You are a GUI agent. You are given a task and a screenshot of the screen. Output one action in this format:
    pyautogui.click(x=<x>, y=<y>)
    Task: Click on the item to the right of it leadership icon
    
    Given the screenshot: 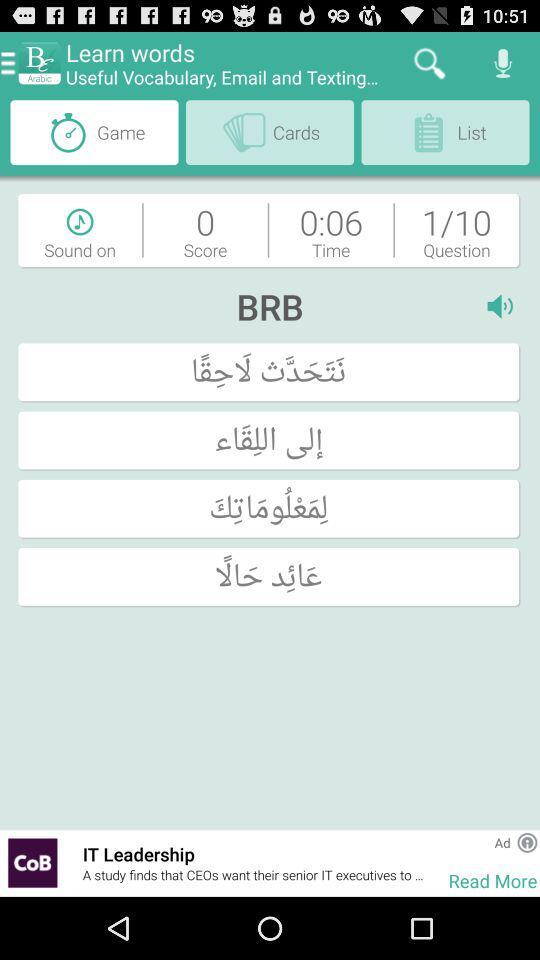 What is the action you would take?
    pyautogui.click(x=436, y=862)
    